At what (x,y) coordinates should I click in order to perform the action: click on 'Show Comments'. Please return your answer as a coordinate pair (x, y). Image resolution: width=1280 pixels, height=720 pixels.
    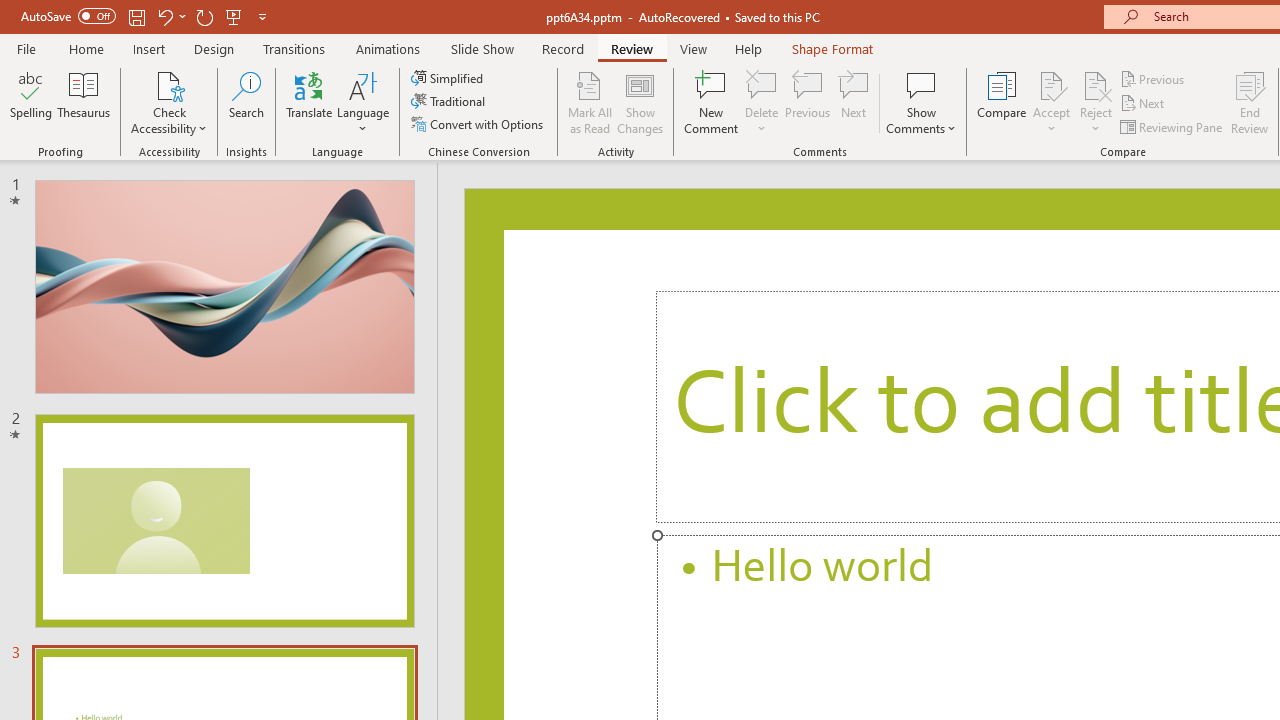
    Looking at the image, I should click on (920, 84).